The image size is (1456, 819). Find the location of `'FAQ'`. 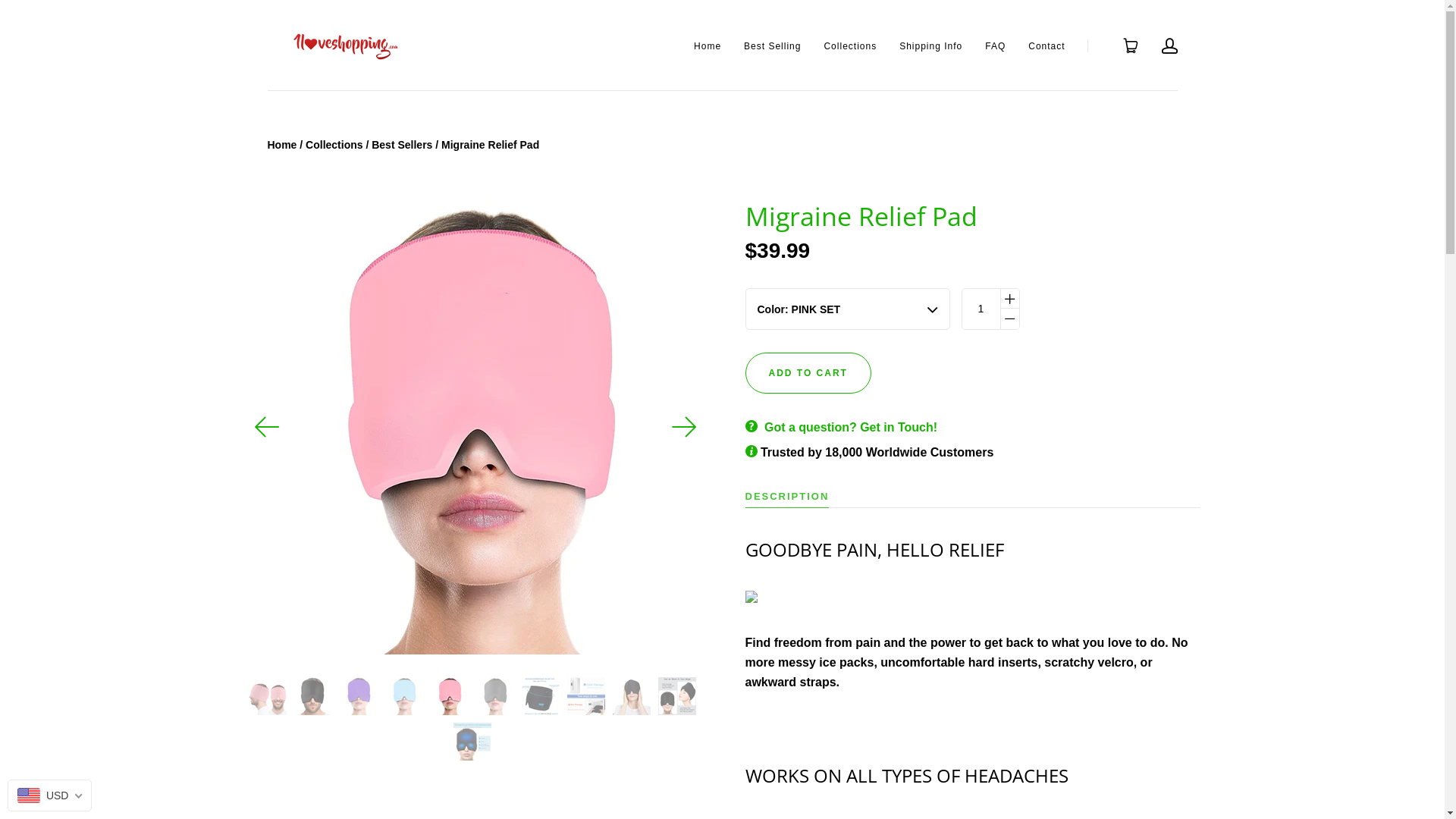

'FAQ' is located at coordinates (995, 45).